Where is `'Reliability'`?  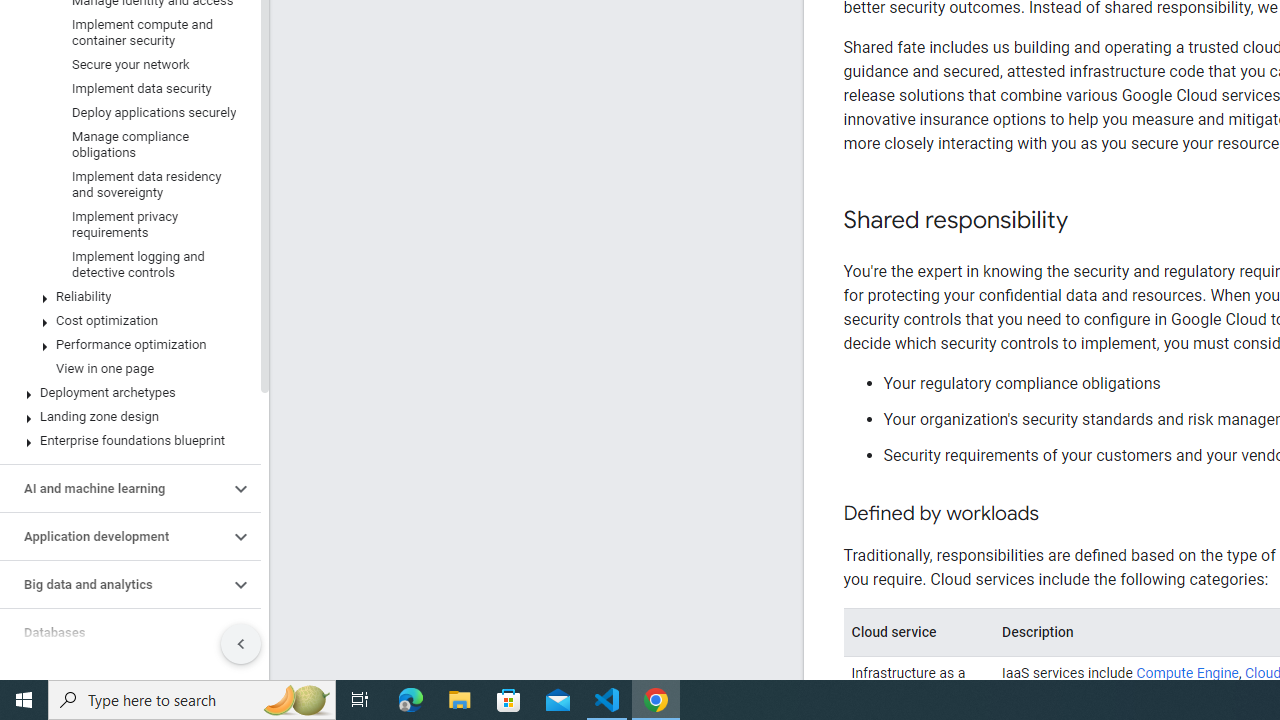
'Reliability' is located at coordinates (125, 297).